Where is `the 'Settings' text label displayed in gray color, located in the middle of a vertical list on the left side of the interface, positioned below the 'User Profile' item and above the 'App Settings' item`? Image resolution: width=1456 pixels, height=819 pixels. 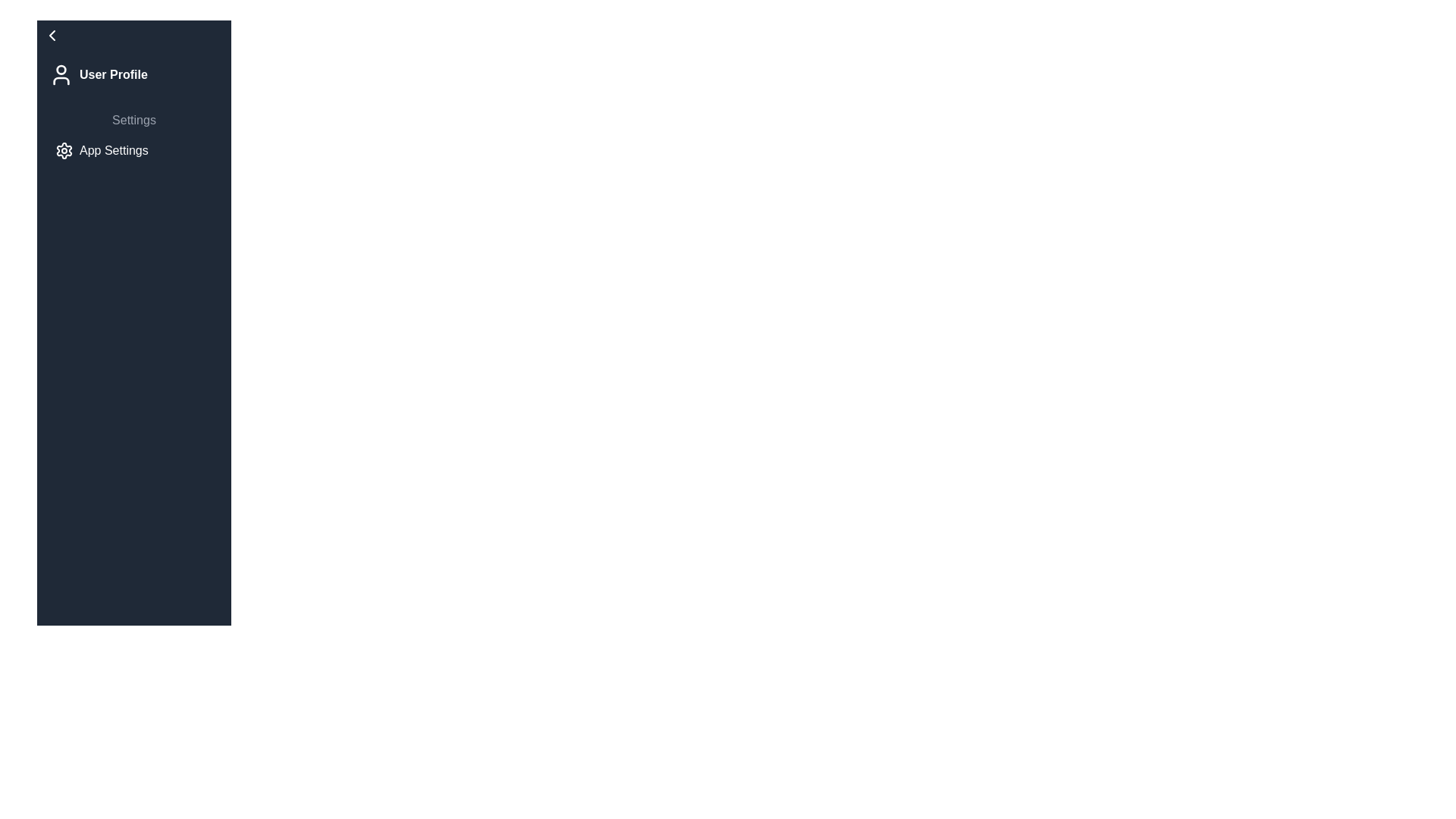
the 'Settings' text label displayed in gray color, located in the middle of a vertical list on the left side of the interface, positioned below the 'User Profile' item and above the 'App Settings' item is located at coordinates (134, 113).